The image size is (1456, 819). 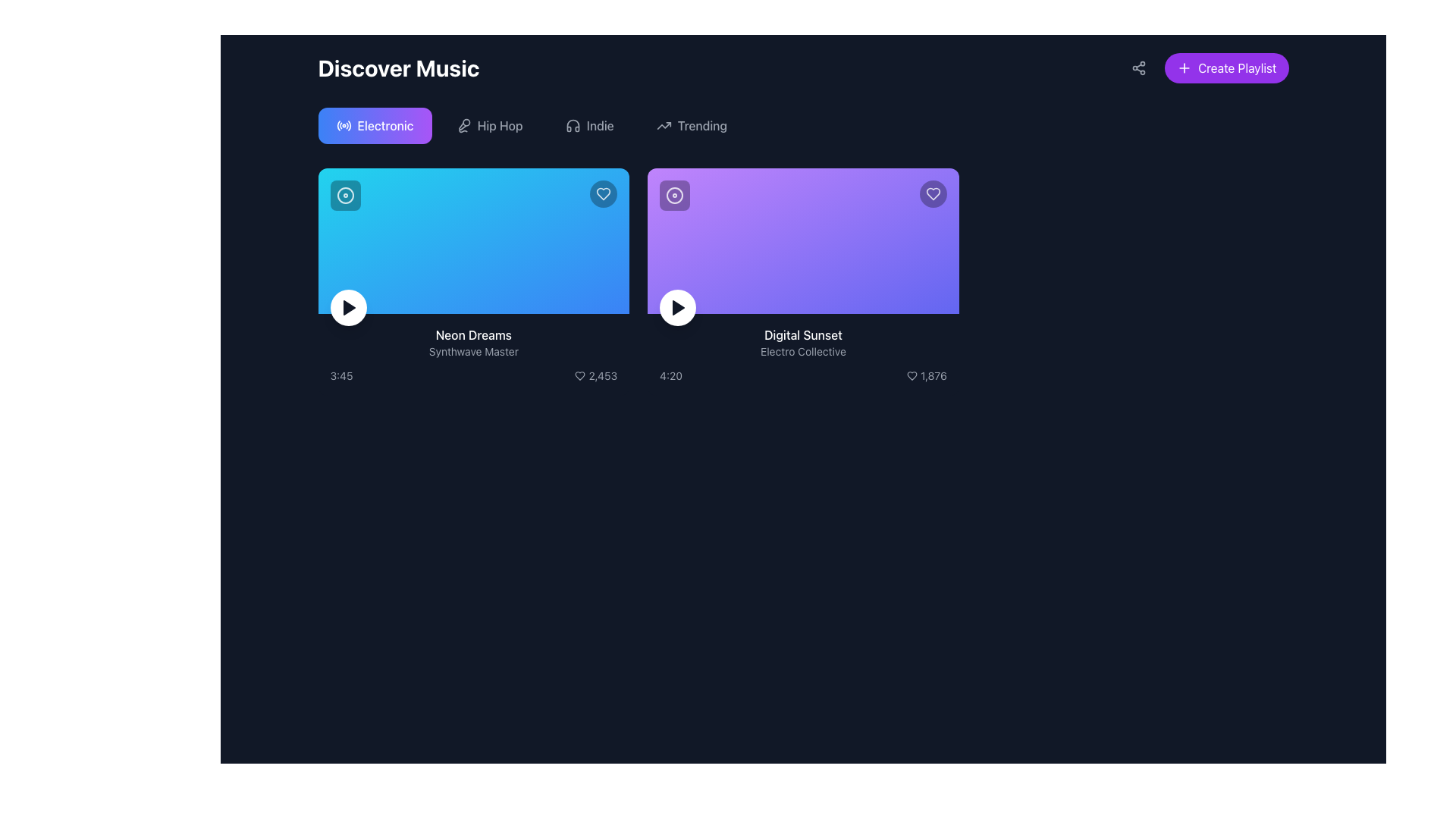 I want to click on the circular SVG graphic icon located in the top-left corner of the purple card representing the song 'Digital Sunset', so click(x=674, y=195).